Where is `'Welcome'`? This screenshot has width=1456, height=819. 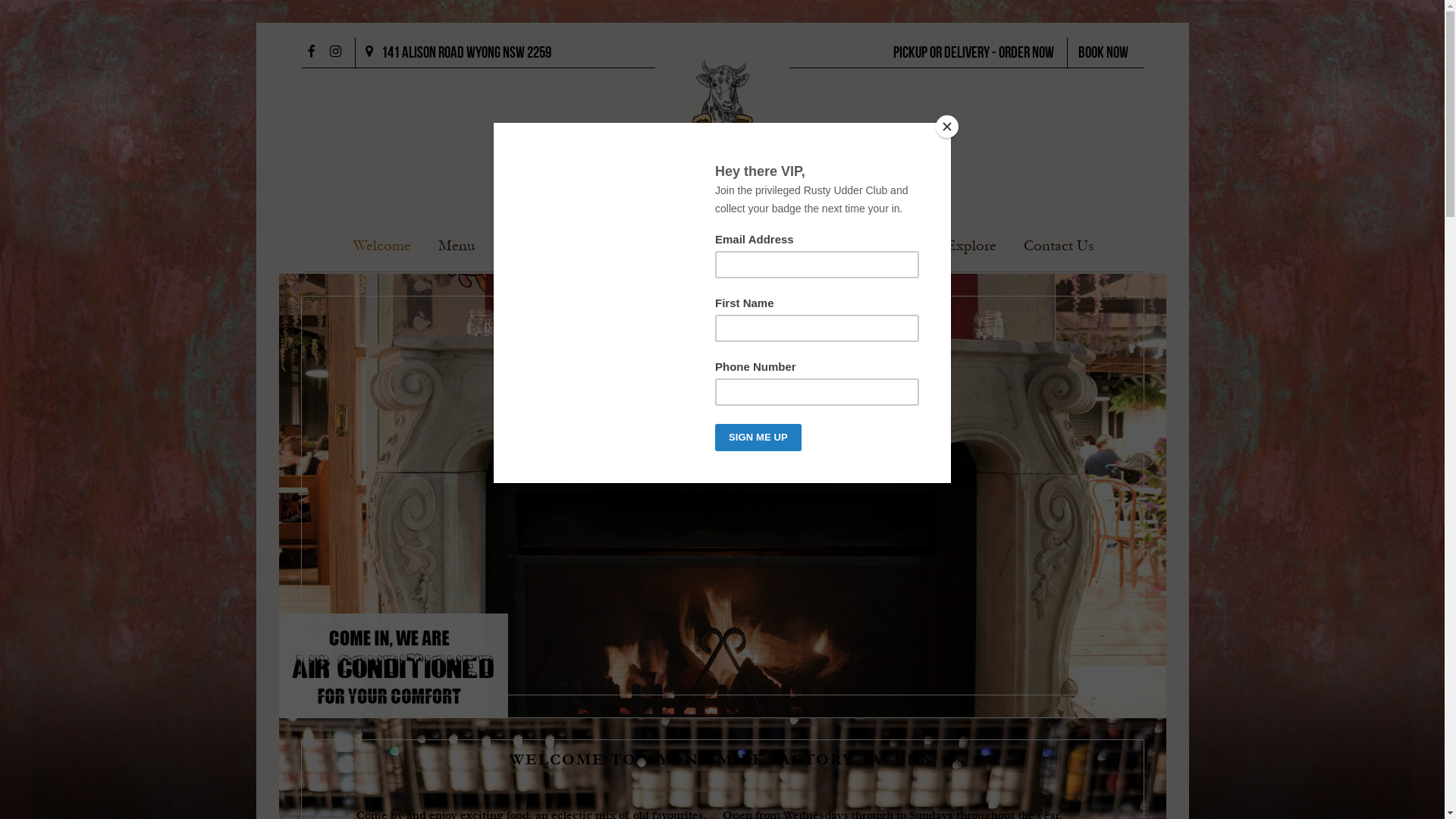 'Welcome' is located at coordinates (382, 246).